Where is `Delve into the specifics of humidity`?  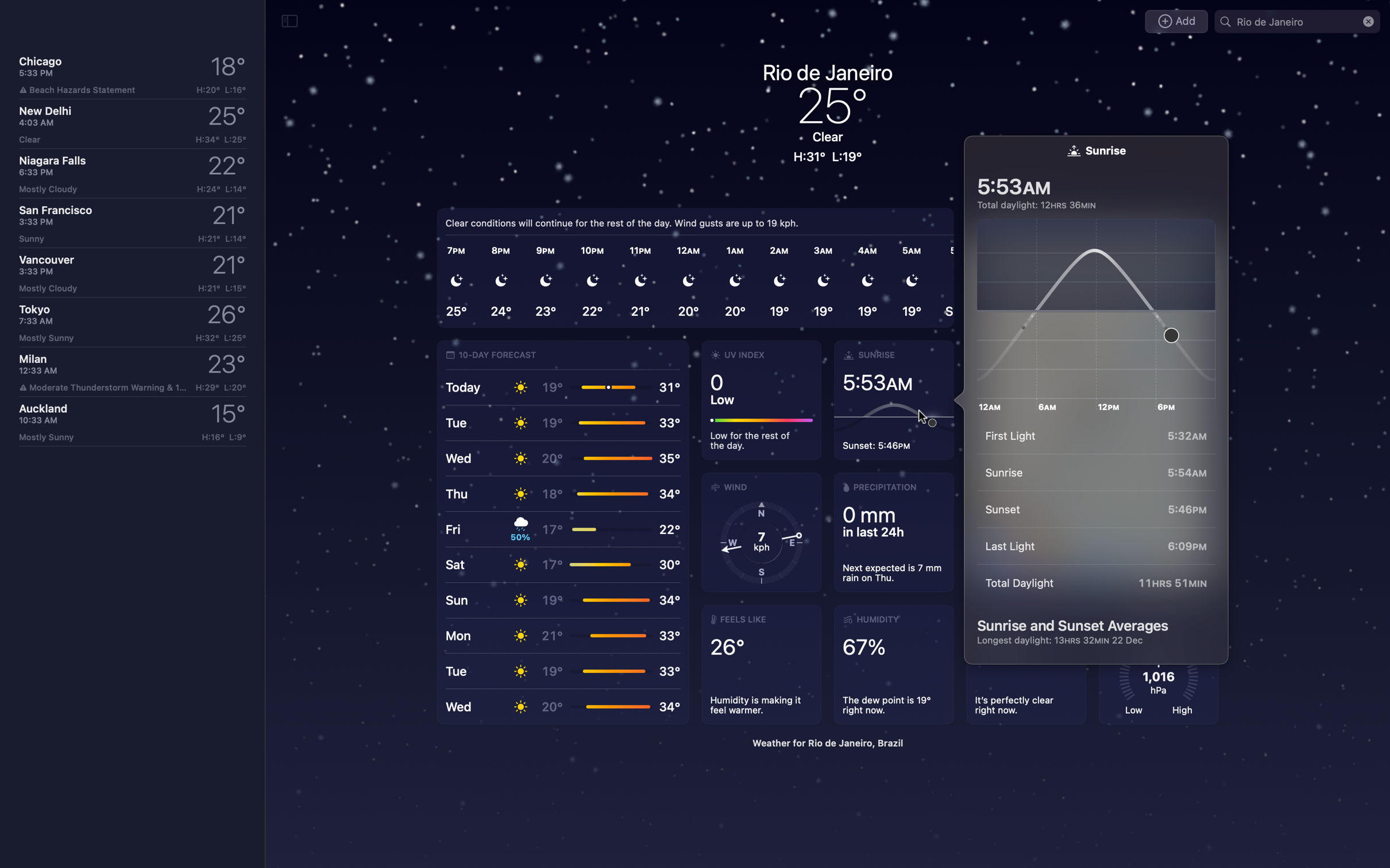 Delve into the specifics of humidity is located at coordinates (896, 665).